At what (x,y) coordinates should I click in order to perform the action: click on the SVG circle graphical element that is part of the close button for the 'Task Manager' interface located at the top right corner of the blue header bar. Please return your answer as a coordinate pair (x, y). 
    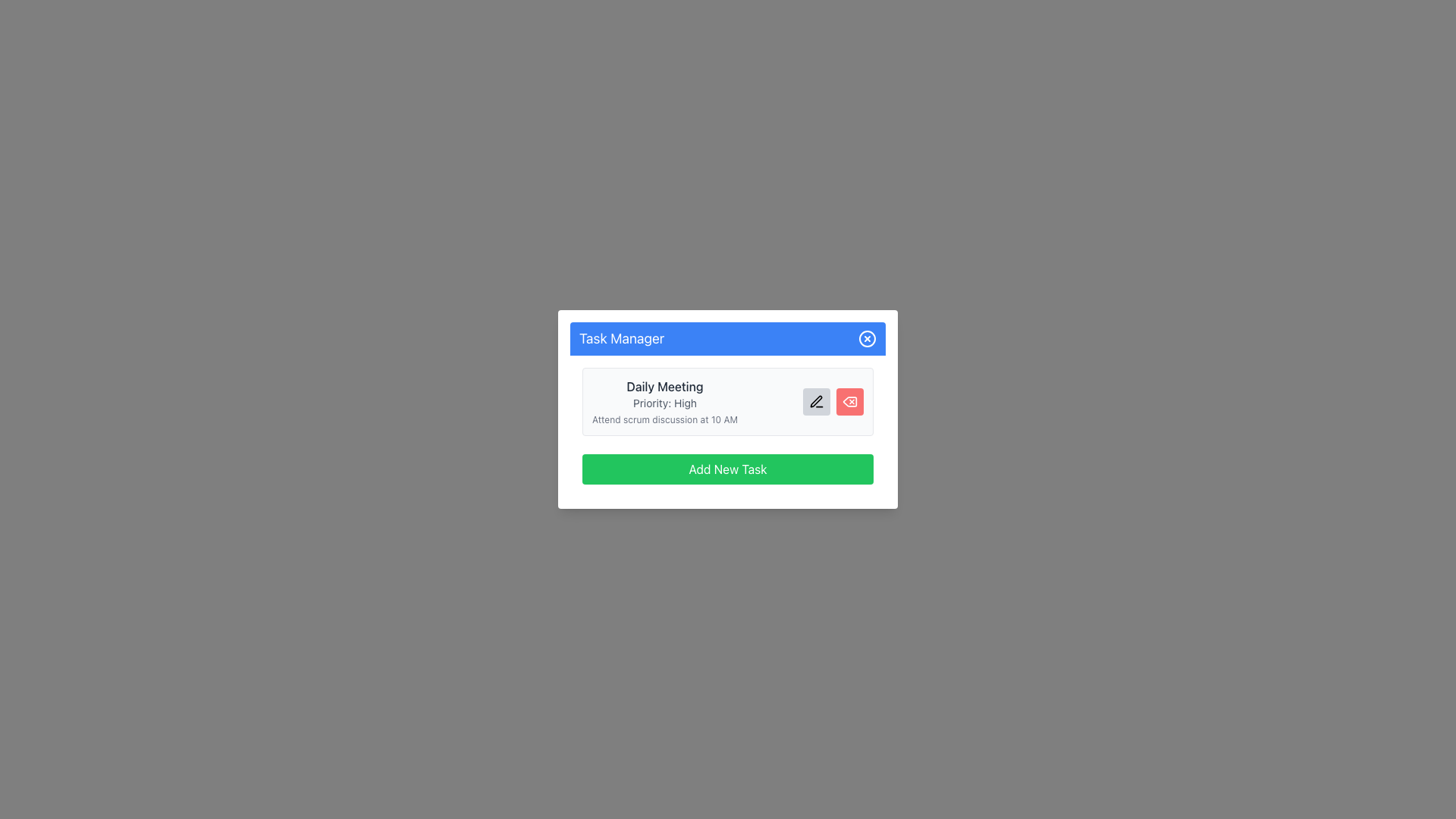
    Looking at the image, I should click on (867, 338).